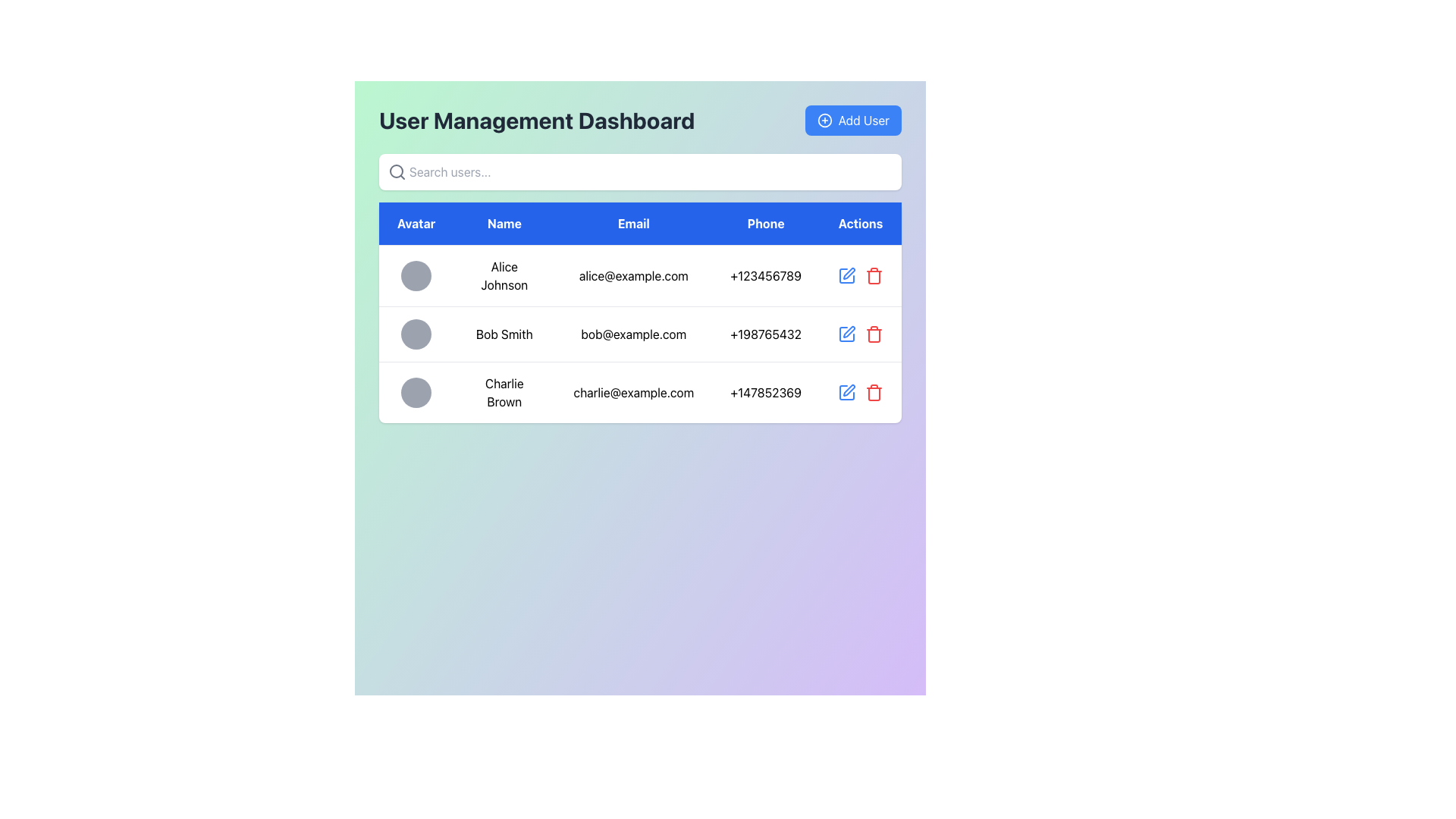 The image size is (1456, 819). What do you see at coordinates (848, 390) in the screenshot?
I see `the small pen icon representing editing functionality, located in the 'Actions' column aligned with Charlie Brown's row` at bounding box center [848, 390].